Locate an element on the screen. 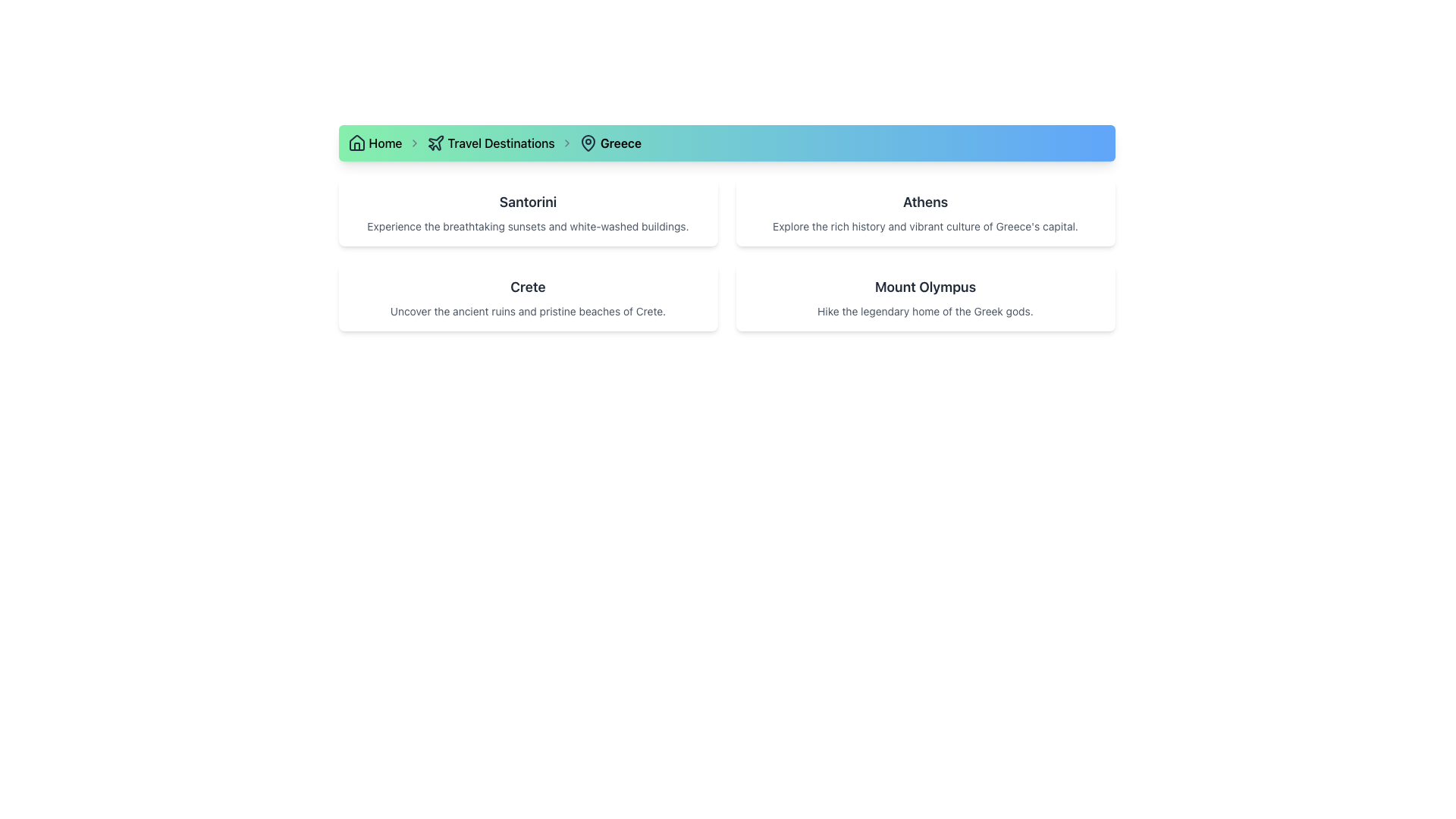  the text element displaying 'Greece' in the breadcrumb navigation bar, which is styled with a bold font and positioned at the far right of the bar is located at coordinates (620, 143).